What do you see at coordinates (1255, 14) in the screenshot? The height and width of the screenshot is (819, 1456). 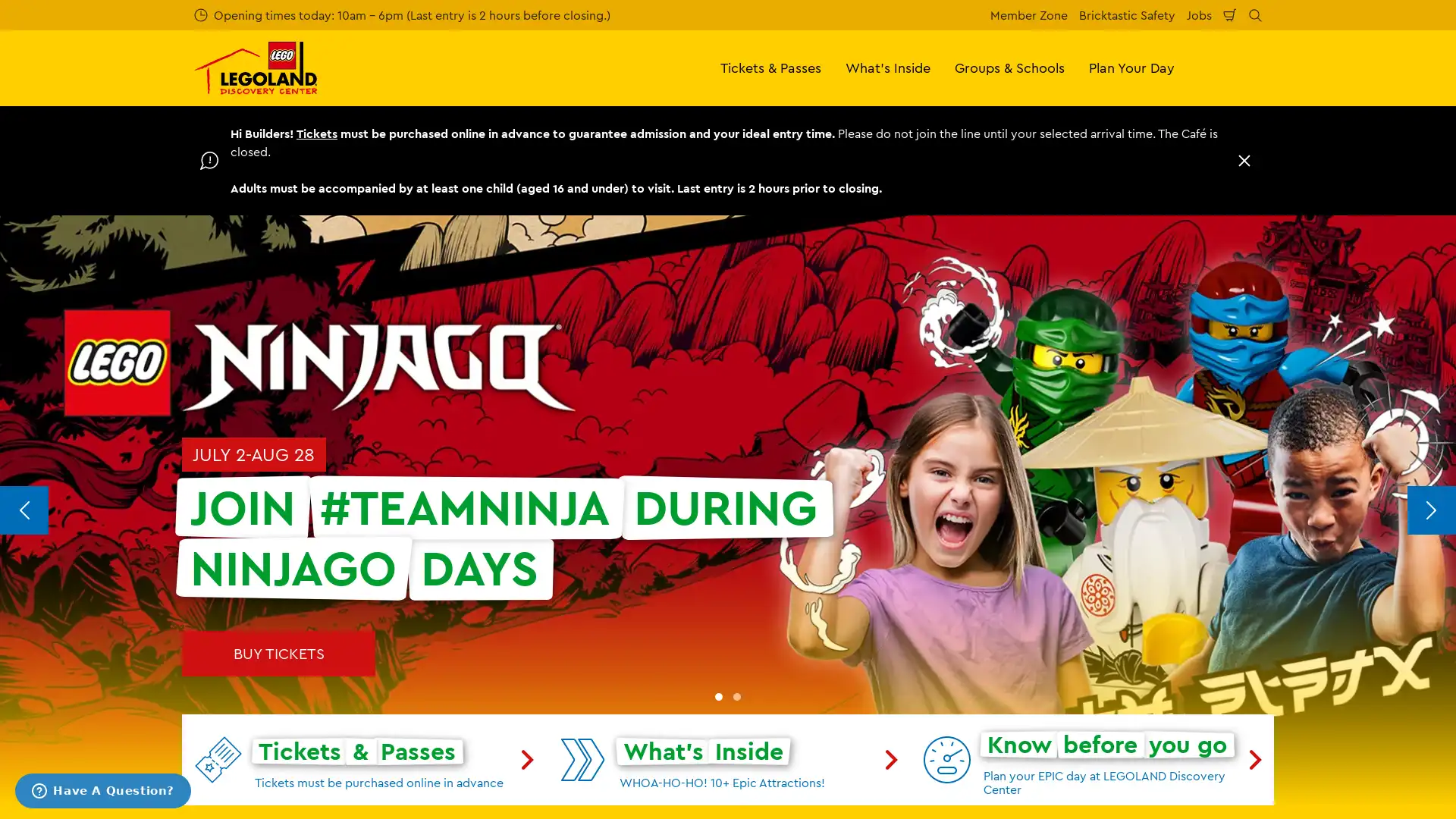 I see `Search` at bounding box center [1255, 14].